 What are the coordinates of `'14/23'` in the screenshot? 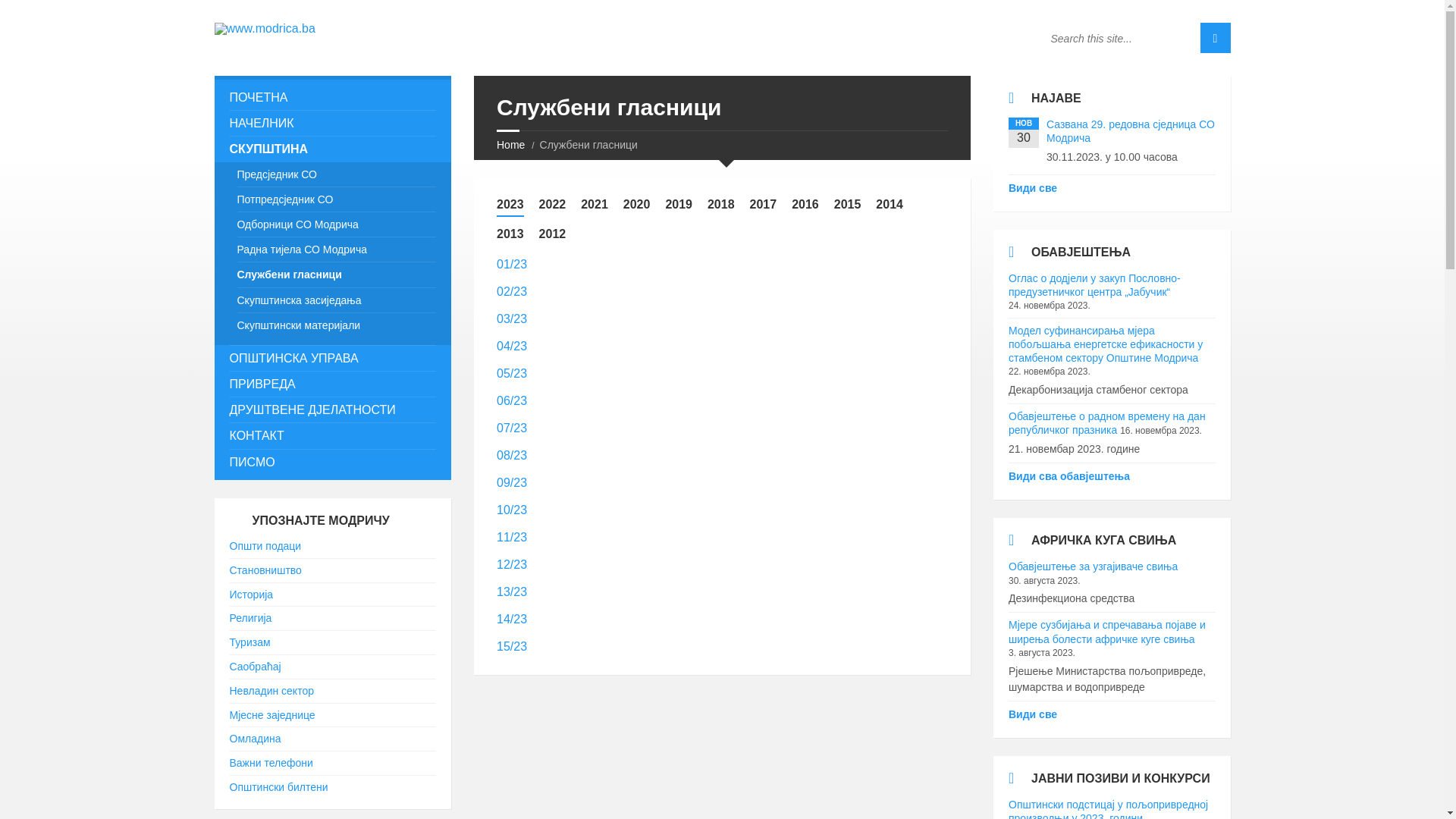 It's located at (512, 619).